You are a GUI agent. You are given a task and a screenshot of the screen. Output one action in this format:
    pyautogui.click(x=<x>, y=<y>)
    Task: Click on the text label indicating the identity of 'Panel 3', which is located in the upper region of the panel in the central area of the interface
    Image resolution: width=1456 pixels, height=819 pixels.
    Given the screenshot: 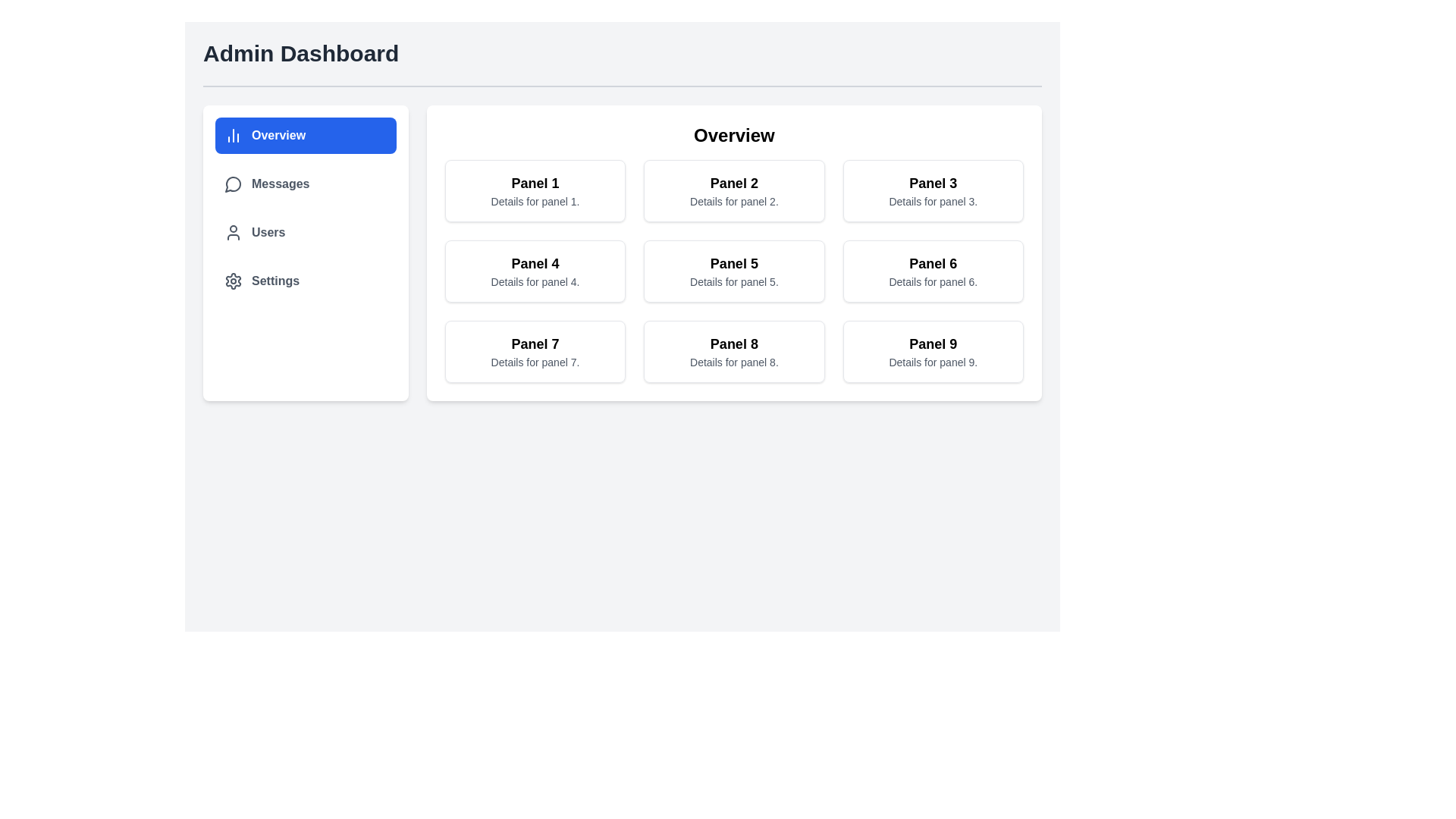 What is the action you would take?
    pyautogui.click(x=932, y=183)
    